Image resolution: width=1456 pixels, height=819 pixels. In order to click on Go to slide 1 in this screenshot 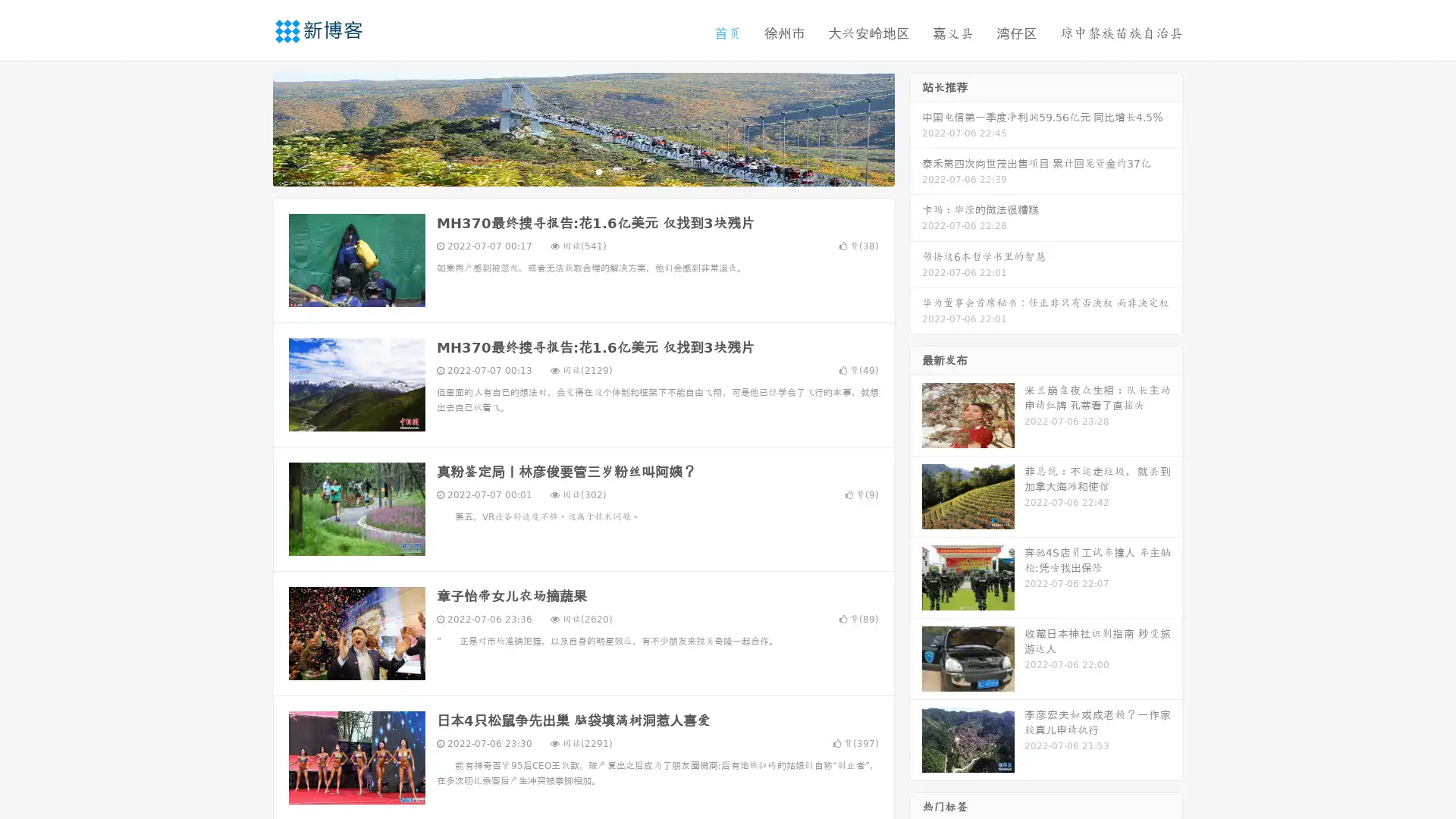, I will do `click(567, 171)`.